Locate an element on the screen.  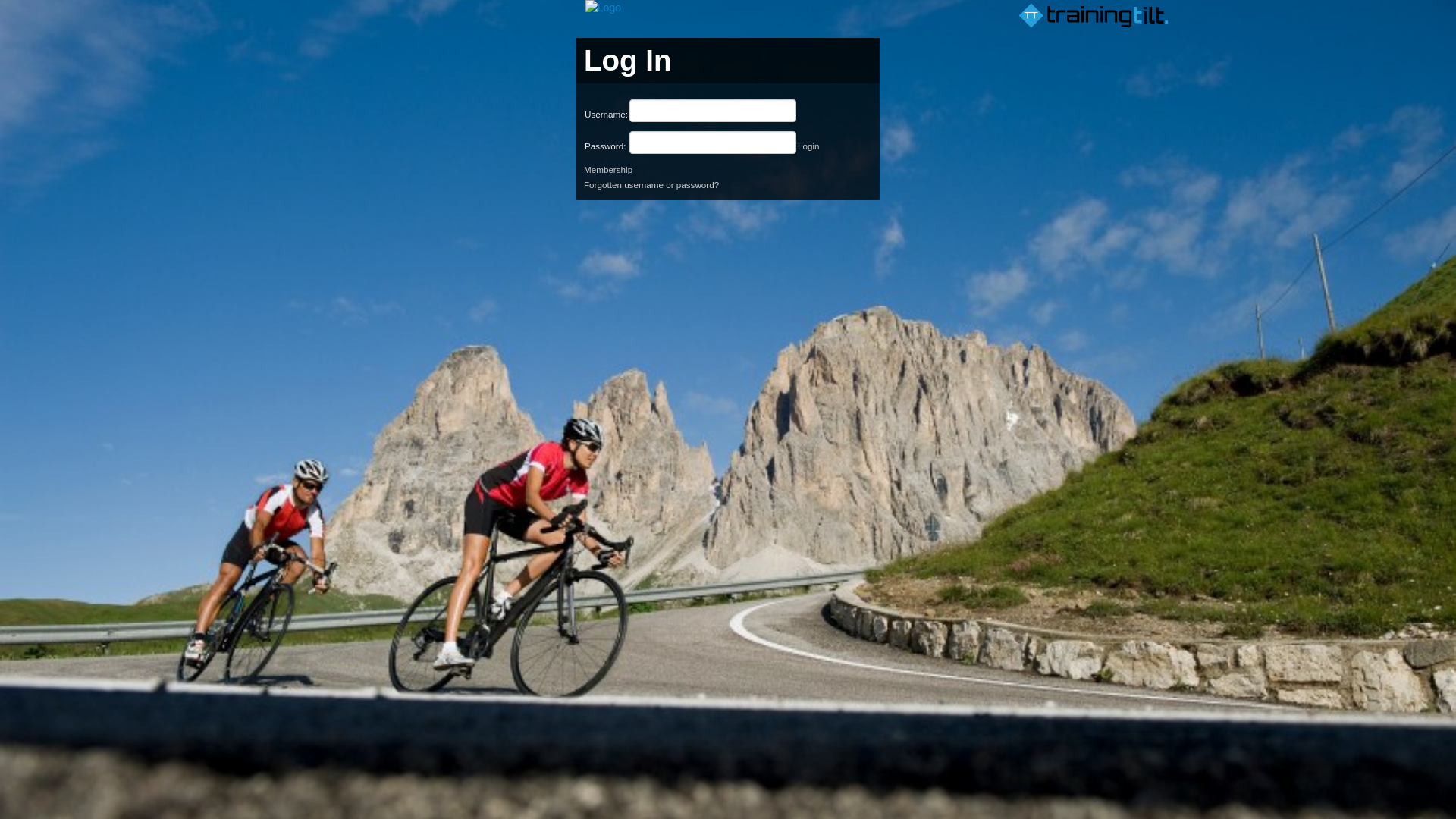
'Membership' is located at coordinates (582, 169).